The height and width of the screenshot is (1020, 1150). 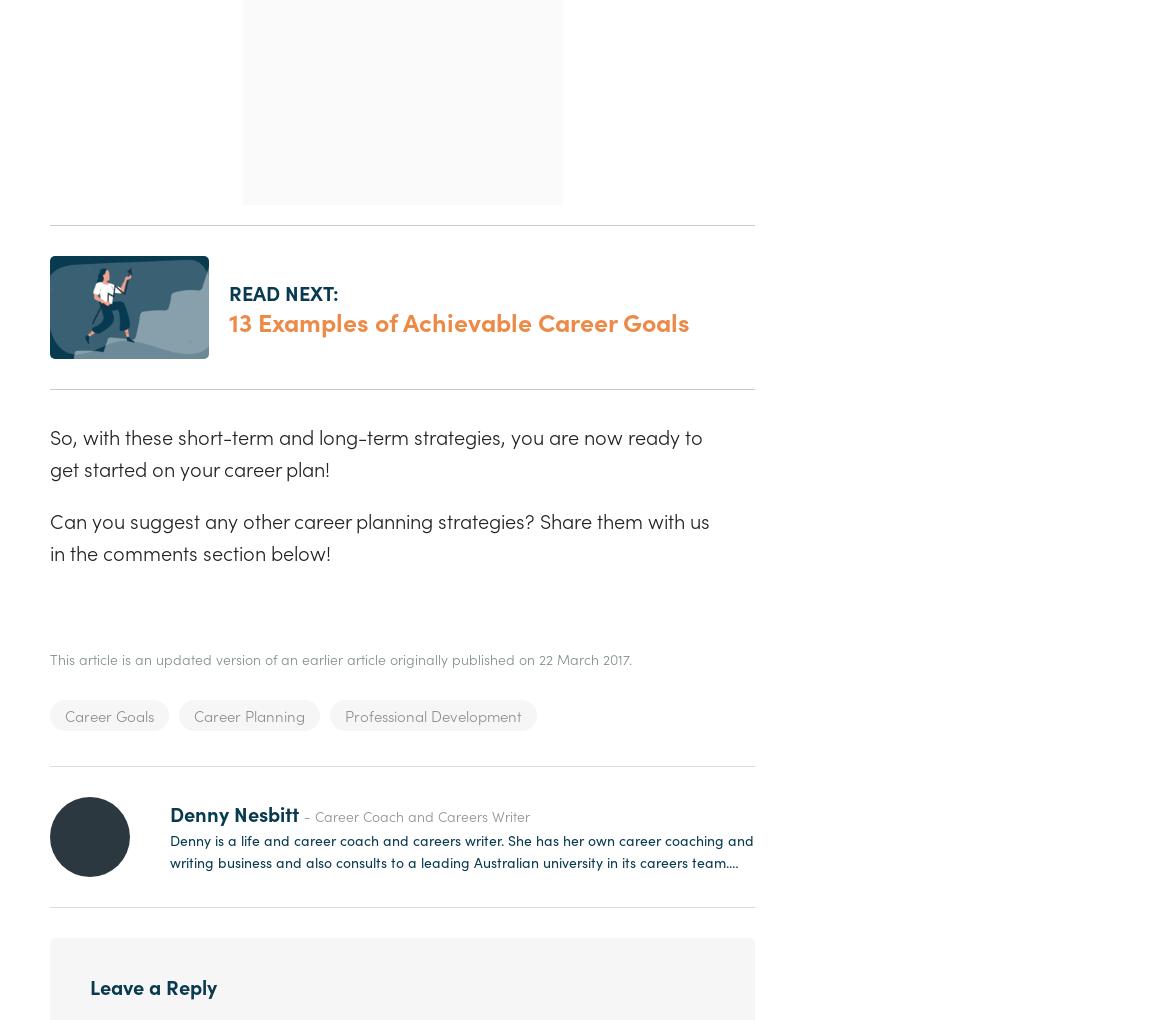 What do you see at coordinates (233, 812) in the screenshot?
I see `'Denny Nesbitt'` at bounding box center [233, 812].